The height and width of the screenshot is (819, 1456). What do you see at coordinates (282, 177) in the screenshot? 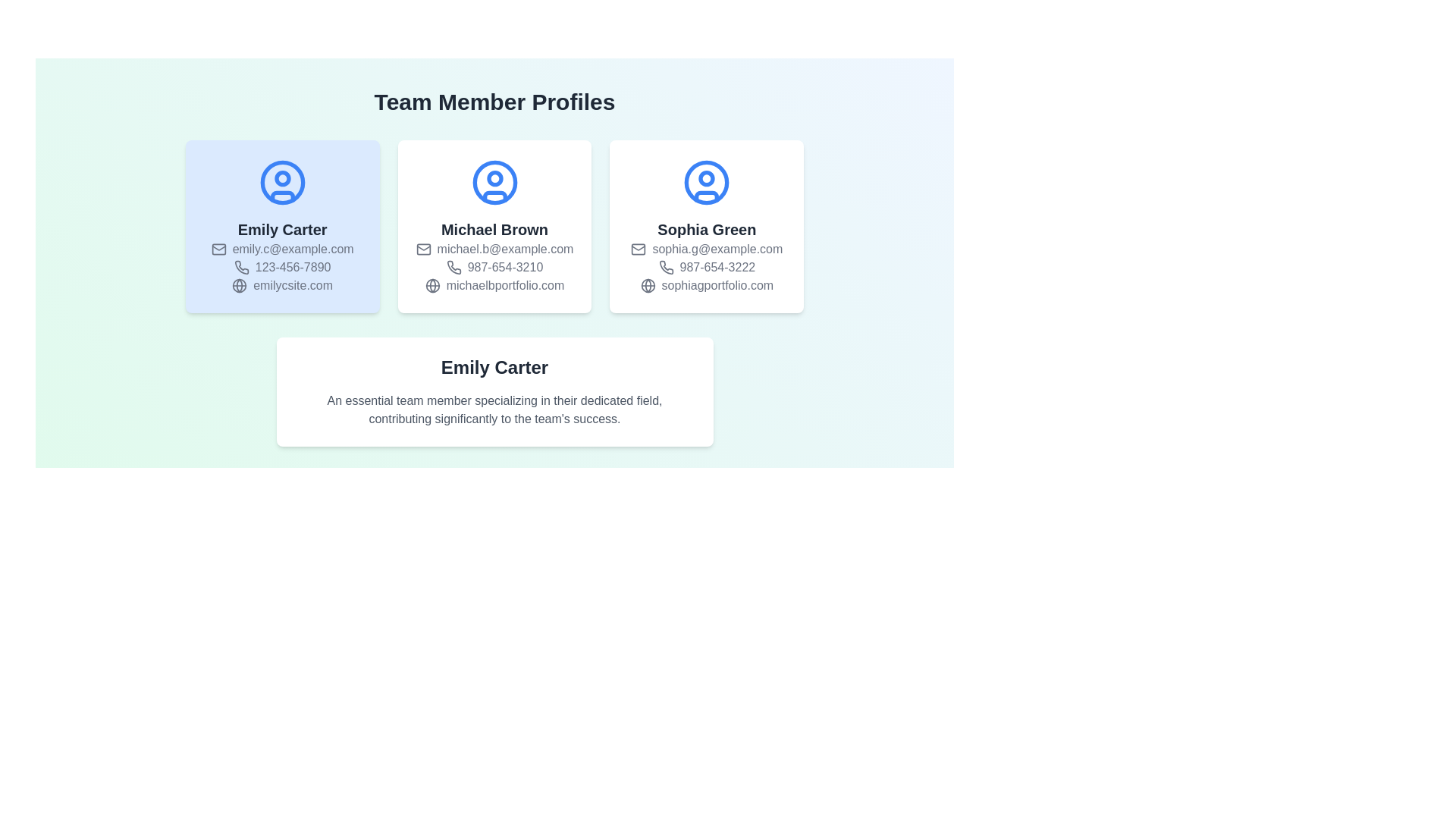
I see `the small circle that serves as a graphical decoration within the head portion of the user avatar icon in the profile card titled 'Emily Carter'` at bounding box center [282, 177].